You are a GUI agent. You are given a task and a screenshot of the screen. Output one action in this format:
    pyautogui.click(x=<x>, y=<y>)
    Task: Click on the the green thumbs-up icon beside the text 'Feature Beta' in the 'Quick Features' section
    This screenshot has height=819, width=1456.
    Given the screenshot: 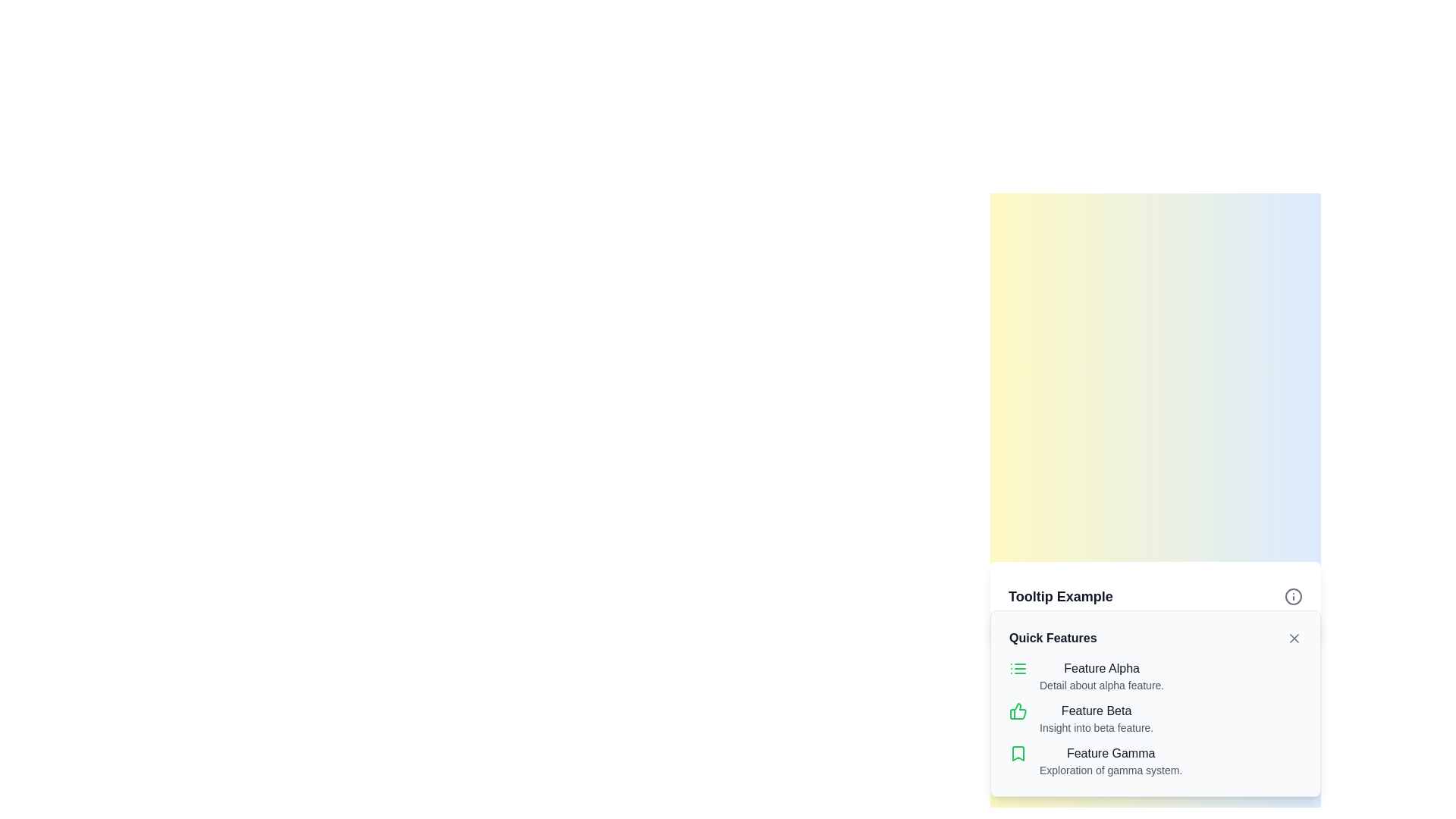 What is the action you would take?
    pyautogui.click(x=1018, y=711)
    